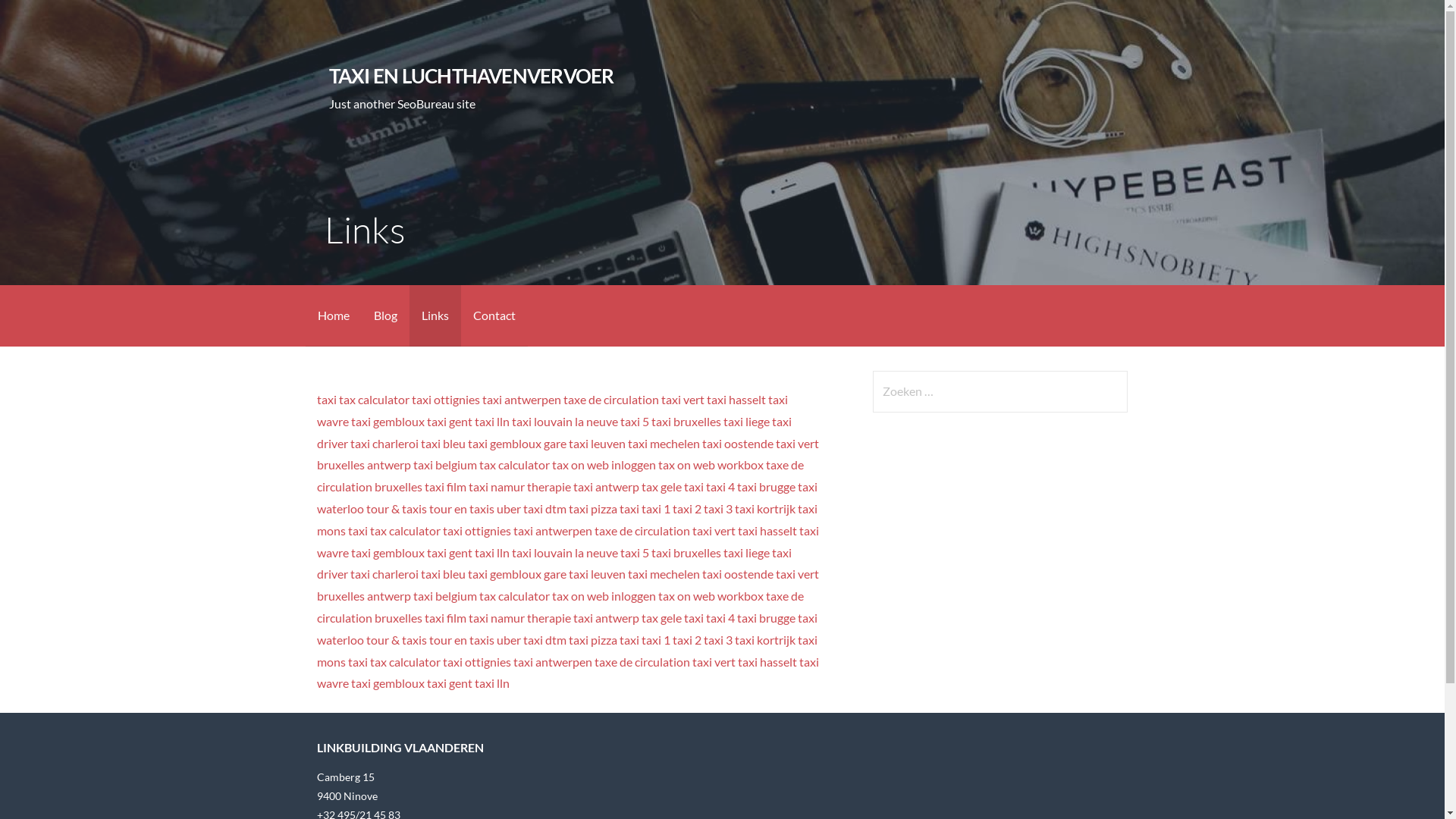 This screenshot has width=1456, height=819. I want to click on 'taxi oostende', so click(701, 573).